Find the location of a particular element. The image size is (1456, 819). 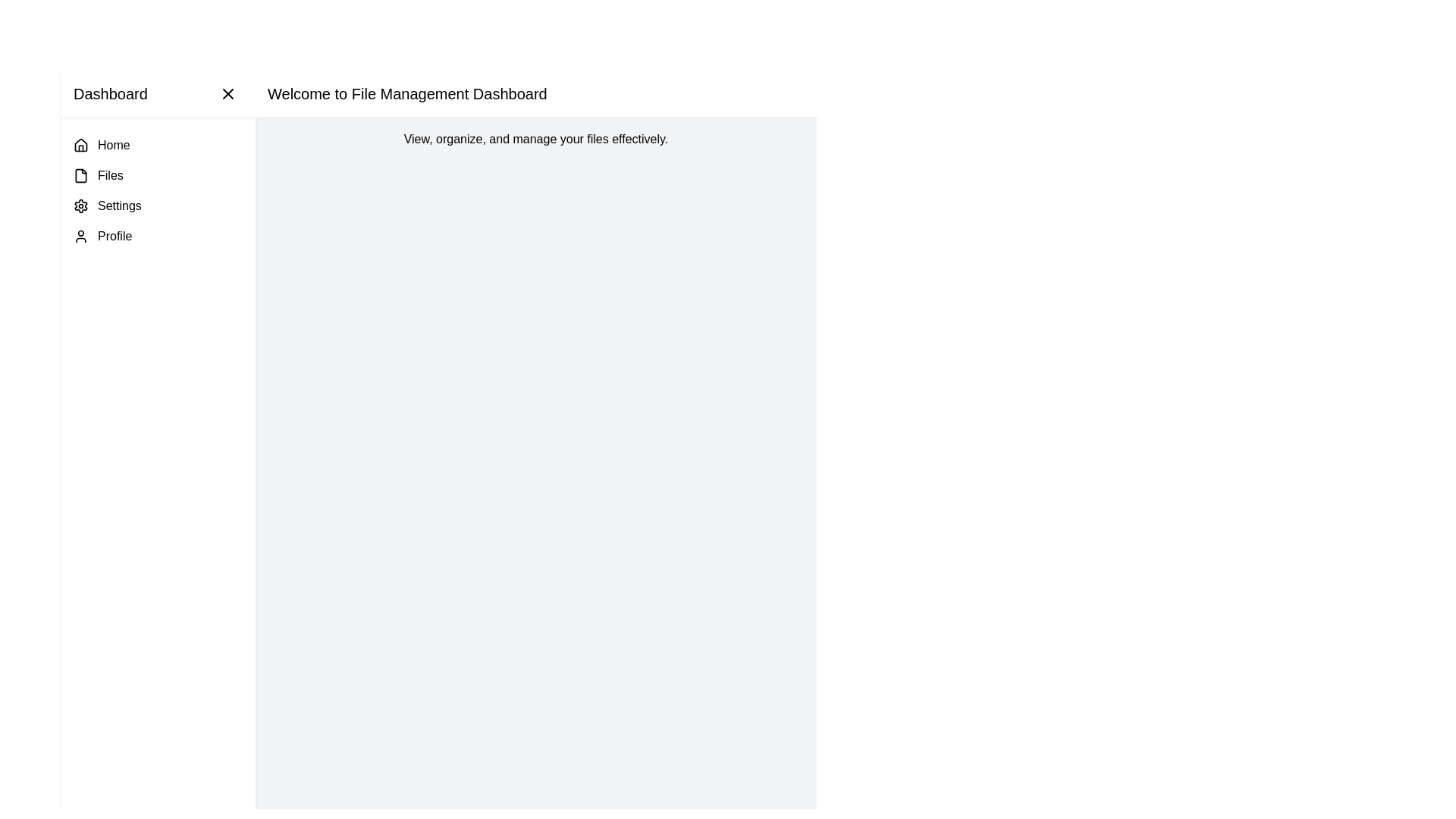

the 'Settings' icon located in the vertical navigation menu, which serves as a visual representation for accessing configuration options is located at coordinates (80, 206).